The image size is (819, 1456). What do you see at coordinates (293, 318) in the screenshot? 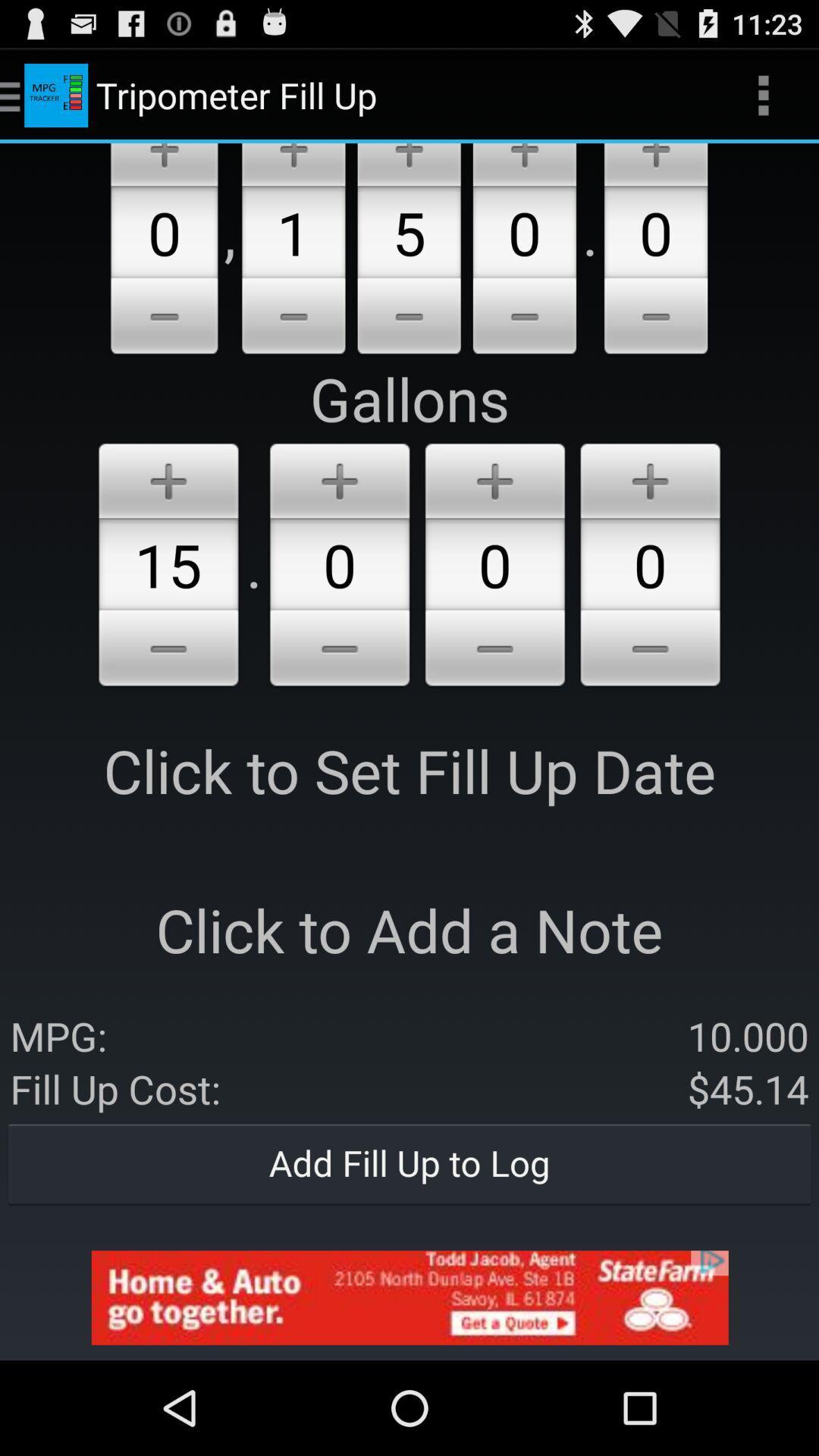
I see `decrease number` at bounding box center [293, 318].